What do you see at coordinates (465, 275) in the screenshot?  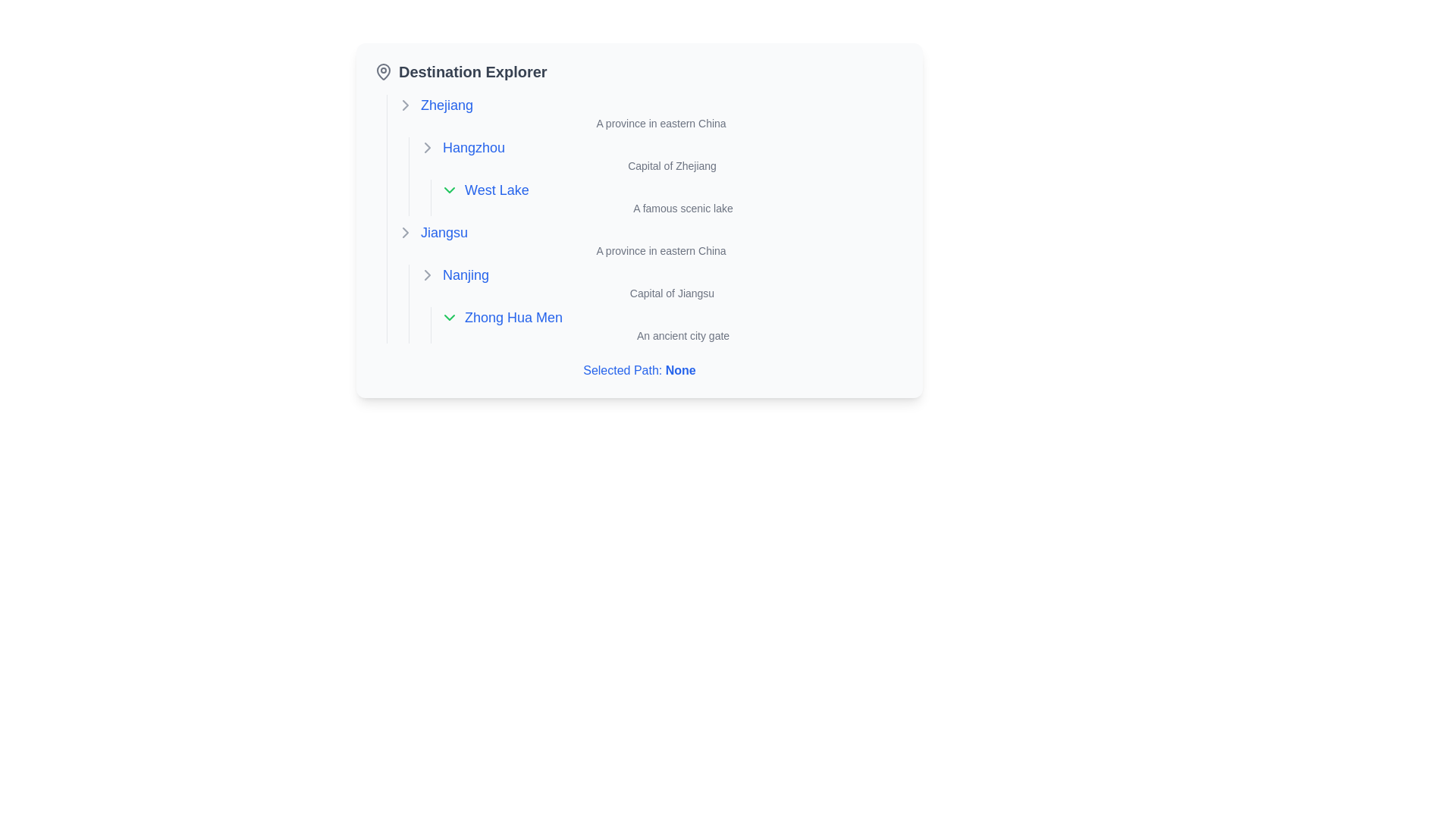 I see `the interactive text label displaying 'Nanjing', which is styled as a hyperlink in blue with bold font` at bounding box center [465, 275].